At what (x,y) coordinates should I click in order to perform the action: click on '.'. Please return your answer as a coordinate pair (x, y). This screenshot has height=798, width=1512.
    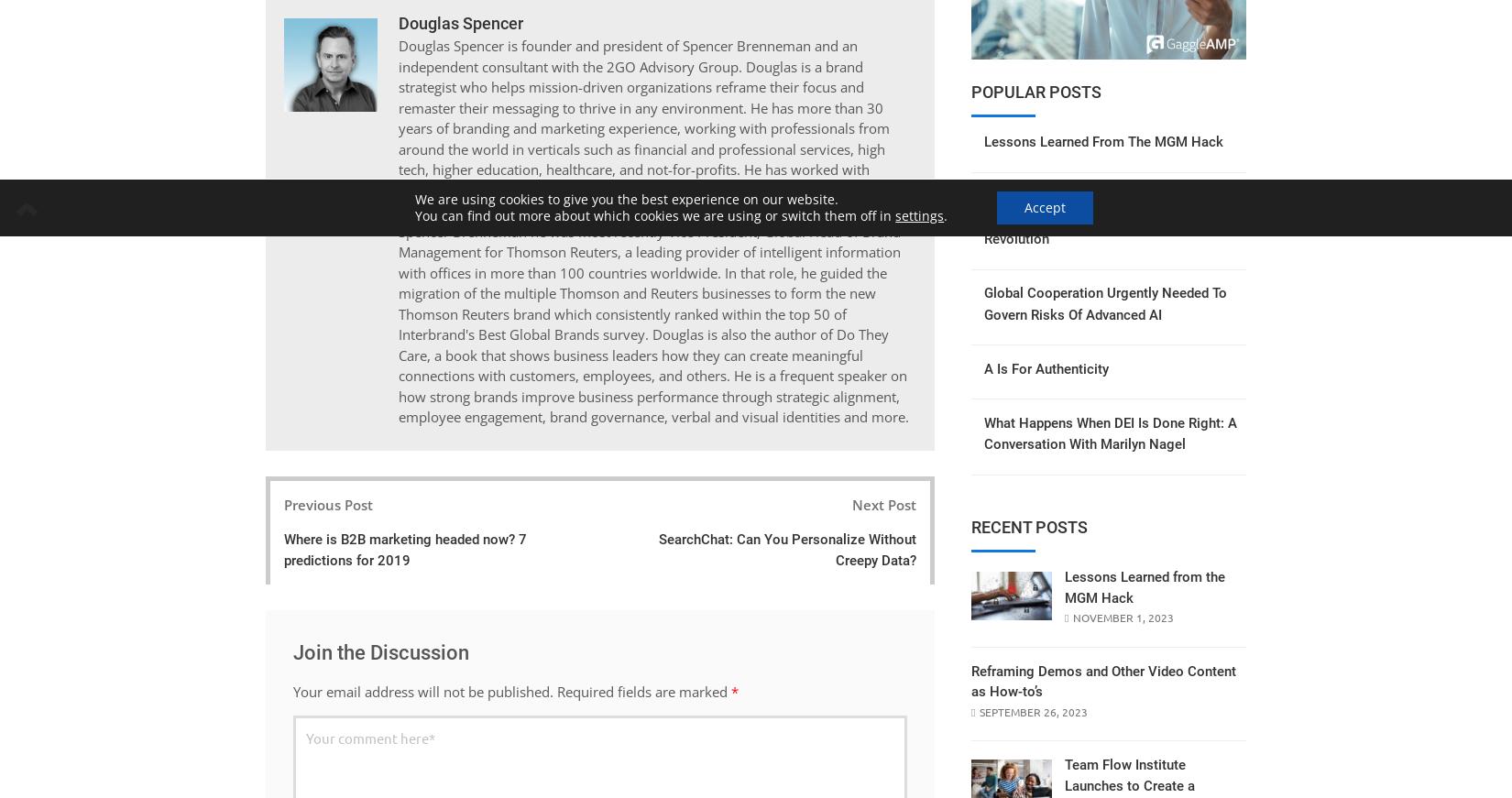
    Looking at the image, I should click on (946, 215).